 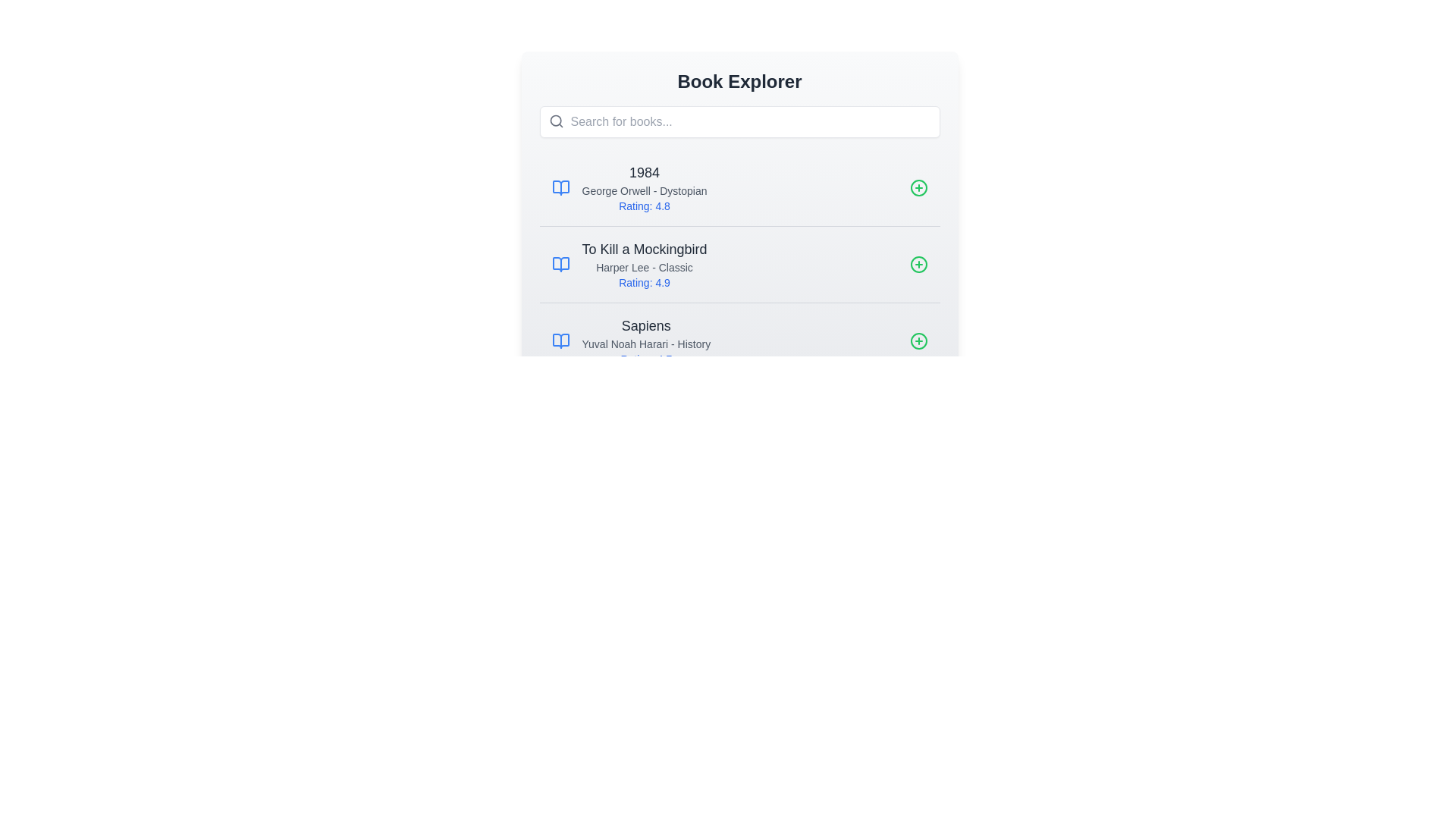 I want to click on the book icon SVG element located to the left of the text '1984', so click(x=560, y=187).